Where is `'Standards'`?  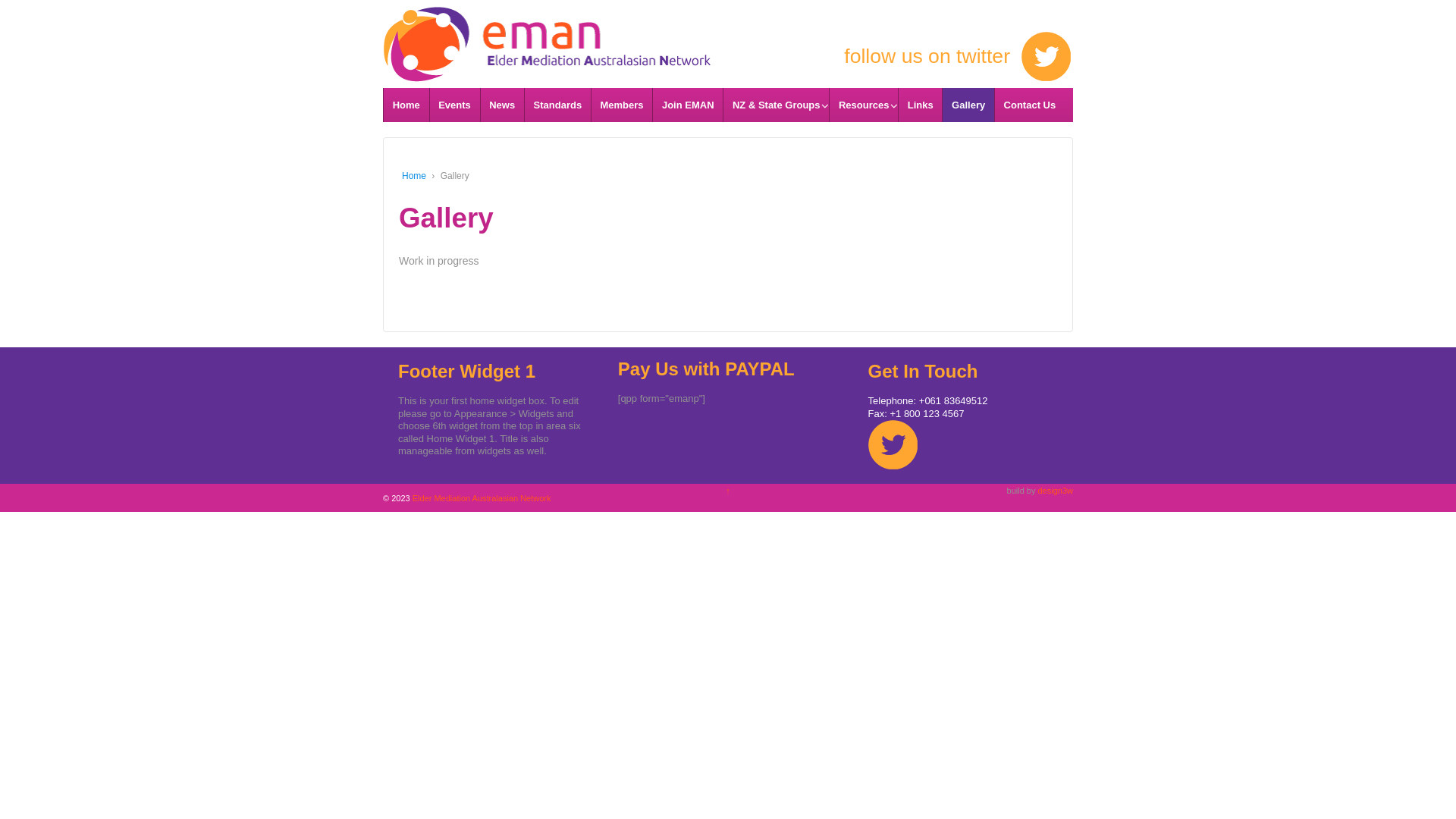
'Standards' is located at coordinates (556, 104).